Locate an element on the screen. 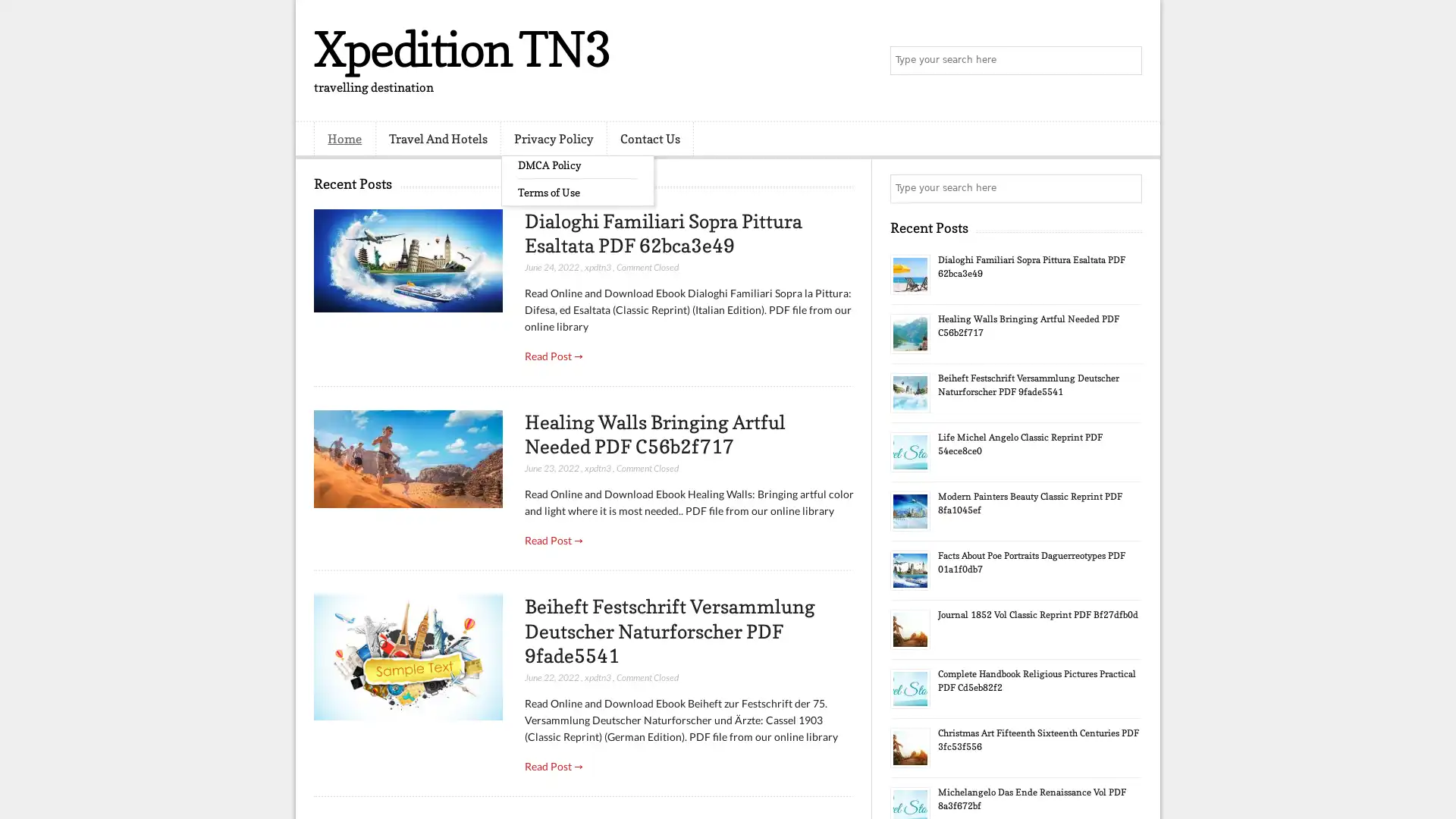 Image resolution: width=1456 pixels, height=819 pixels. Search is located at coordinates (1126, 188).